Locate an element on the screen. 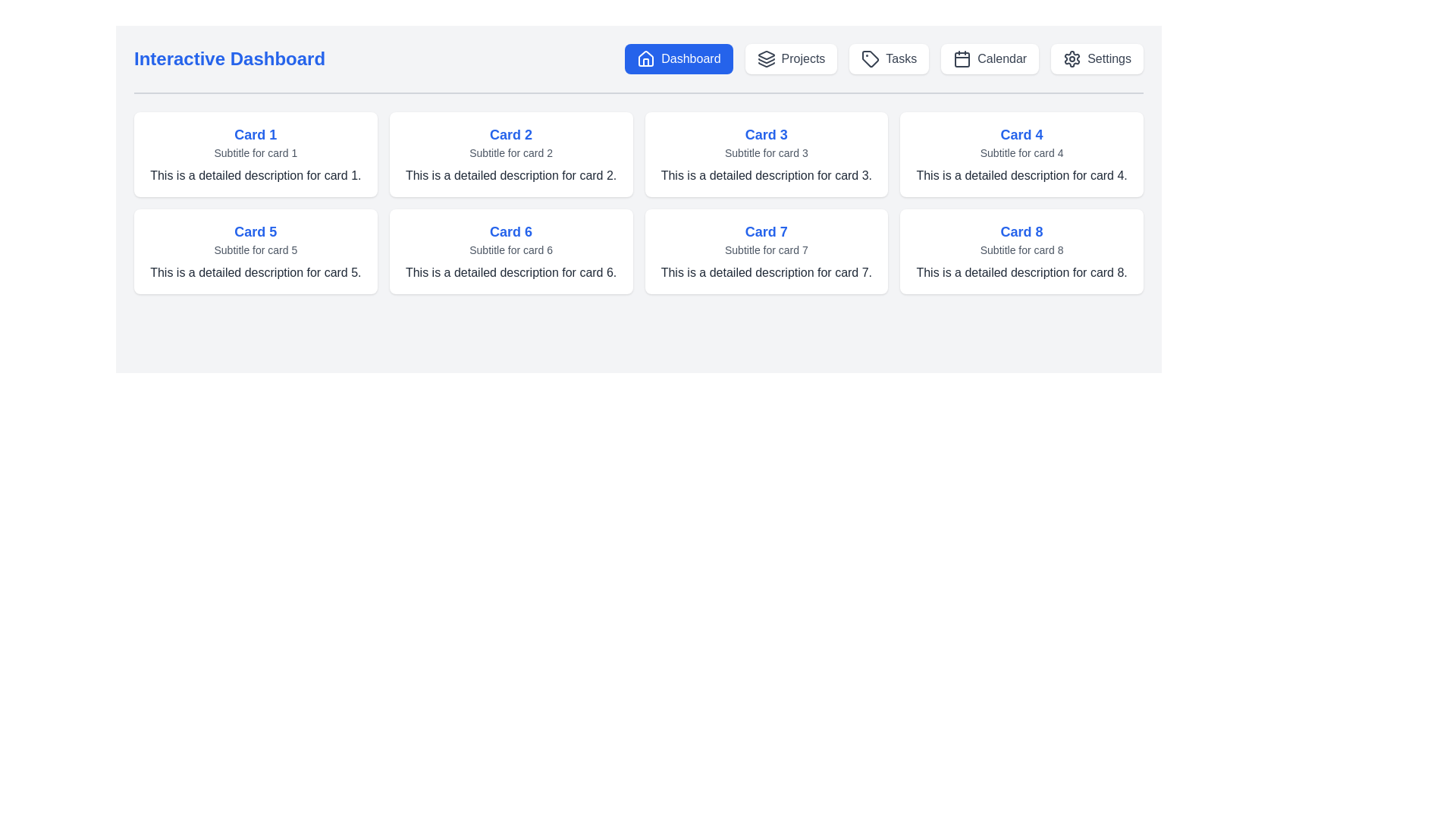 The width and height of the screenshot is (1456, 819). the text element displaying 'Subtitle for card 4', which is located under the larger heading text within the white card titled 'Card 4' is located at coordinates (1021, 152).